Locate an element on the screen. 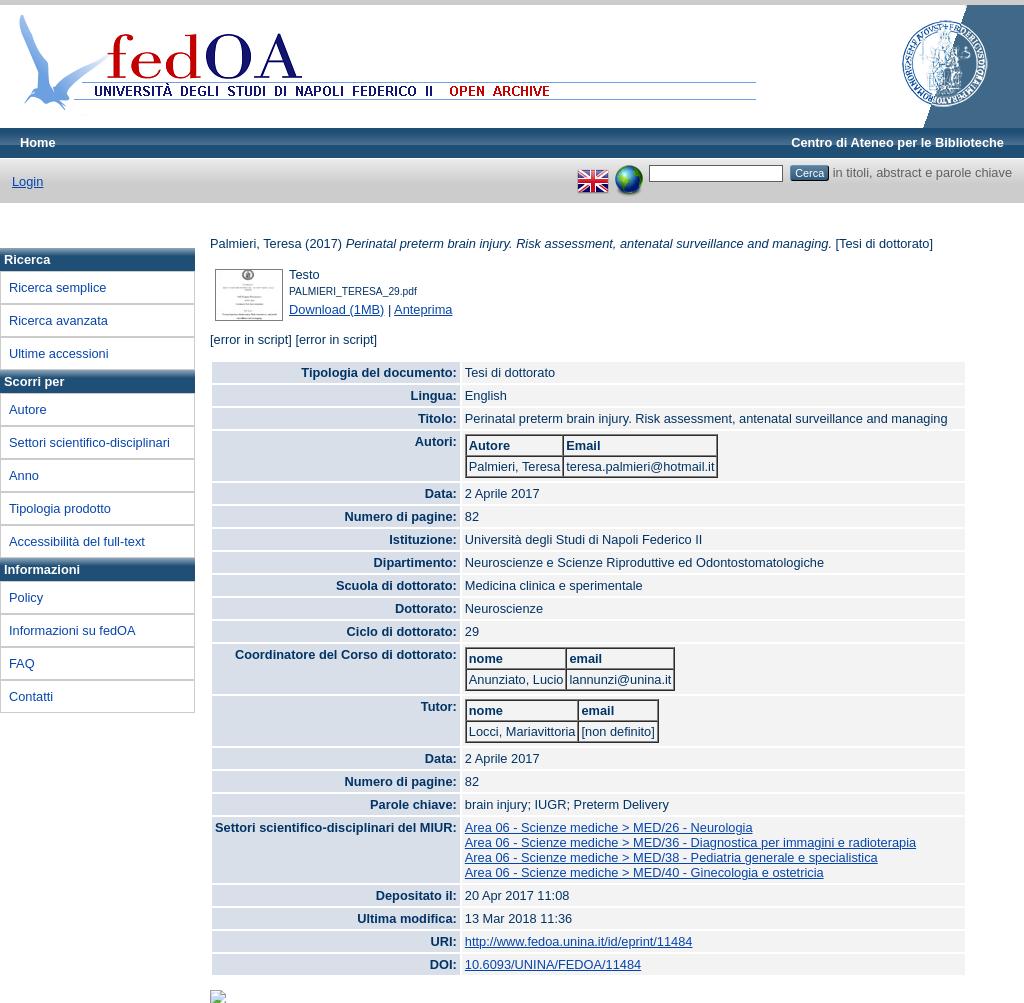 The image size is (1024, 1003). 'Anteprima' is located at coordinates (422, 307).